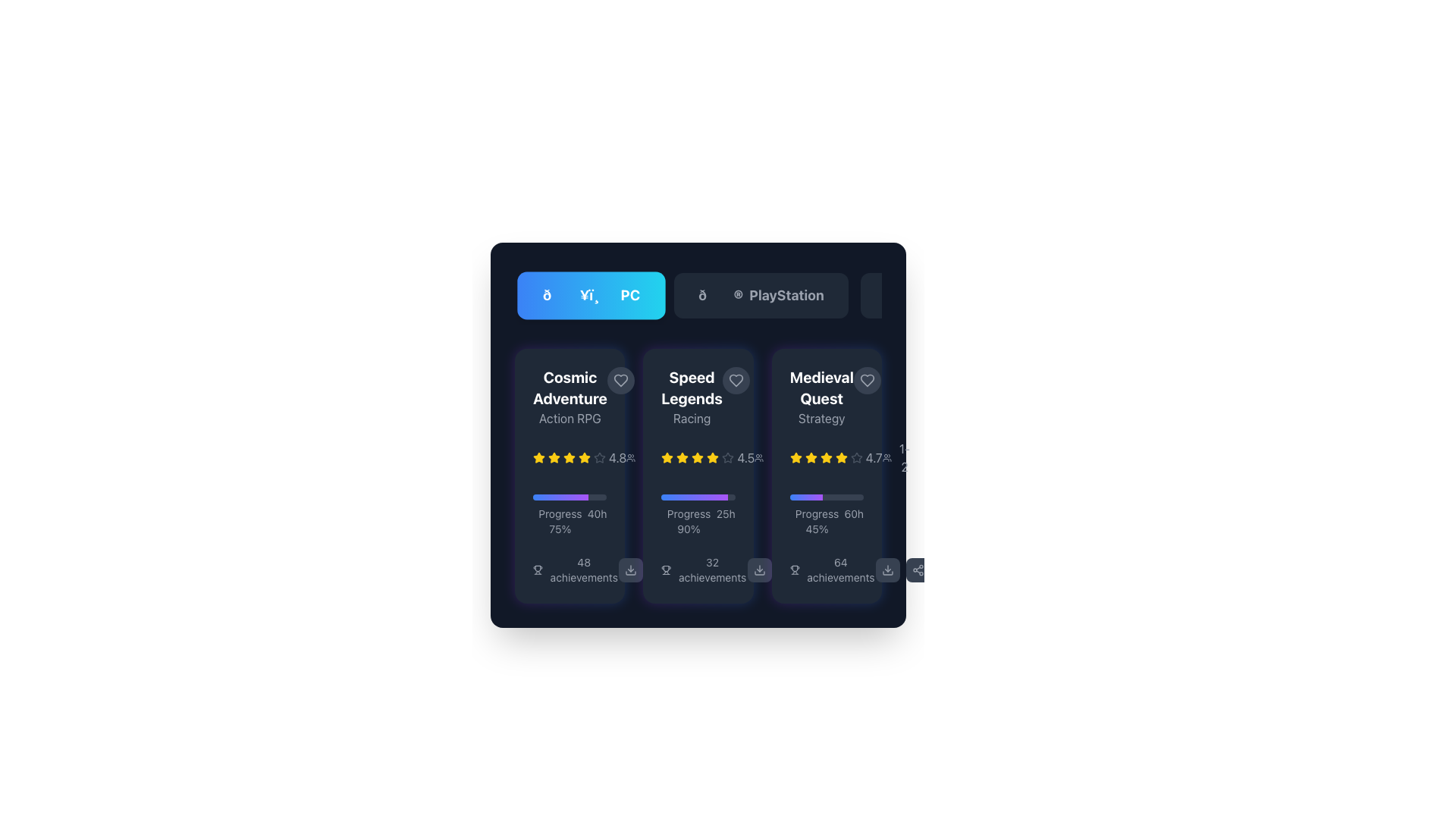 The height and width of the screenshot is (819, 1456). I want to click on the share icon, which is a small light gray network symbol embedded in a dark gray rounded rectangular button located on the far right side of the interface, so click(661, 570).